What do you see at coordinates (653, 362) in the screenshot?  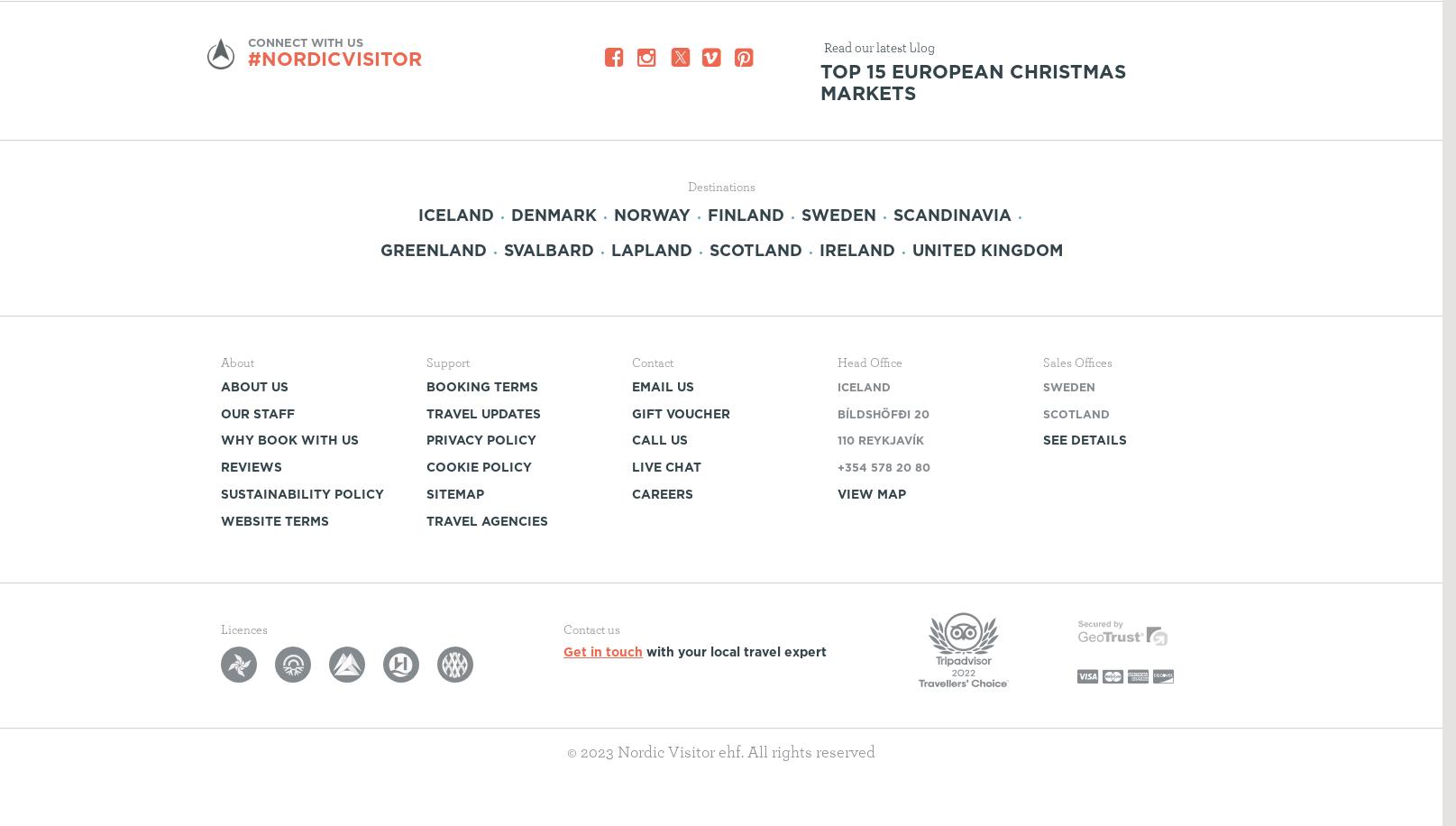 I see `'Contact'` at bounding box center [653, 362].